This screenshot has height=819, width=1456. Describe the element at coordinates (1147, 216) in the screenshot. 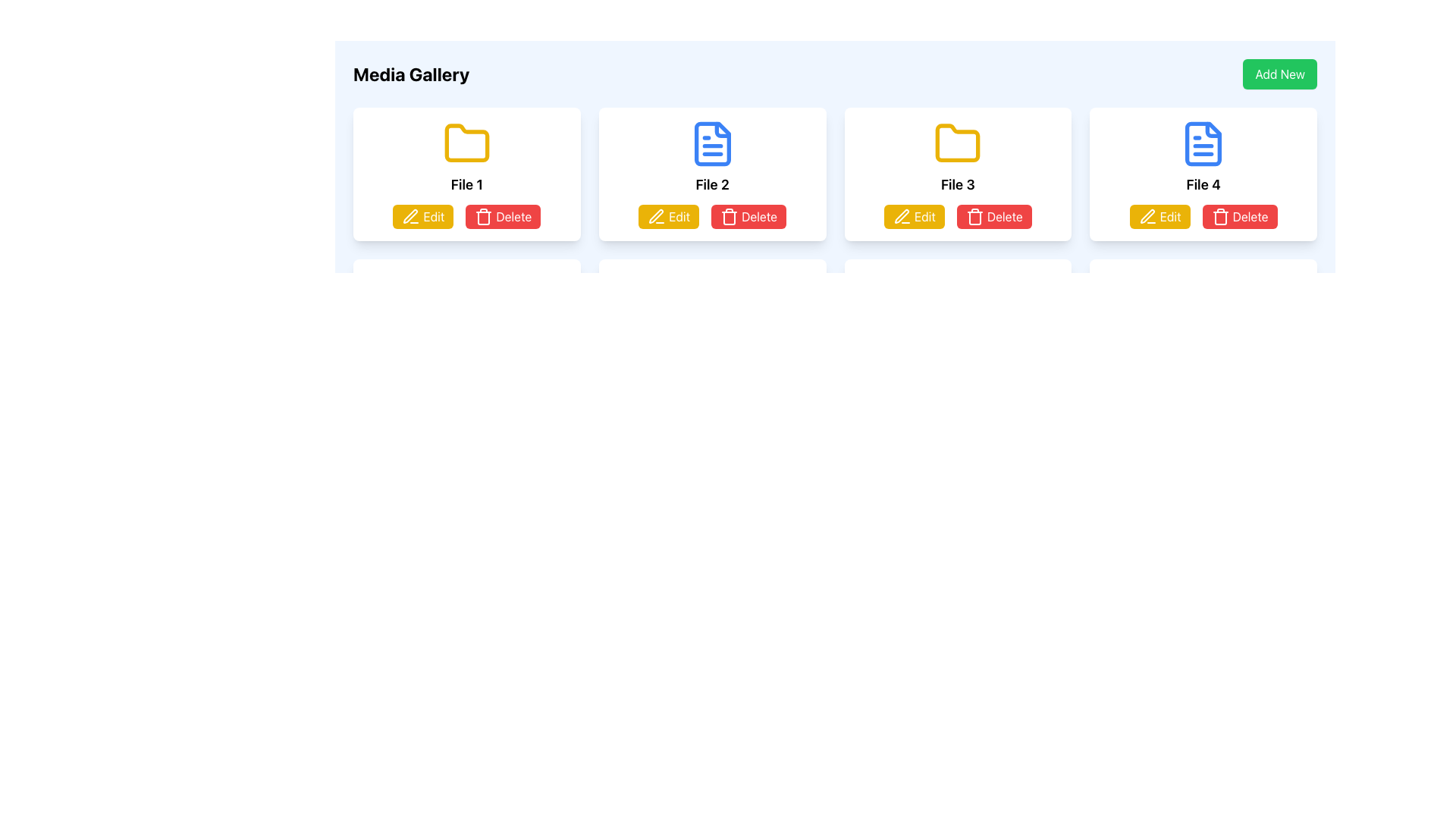

I see `the pen icon located inside the 'Edit' button of the 'File 4' section in the Media Gallery interface` at that location.